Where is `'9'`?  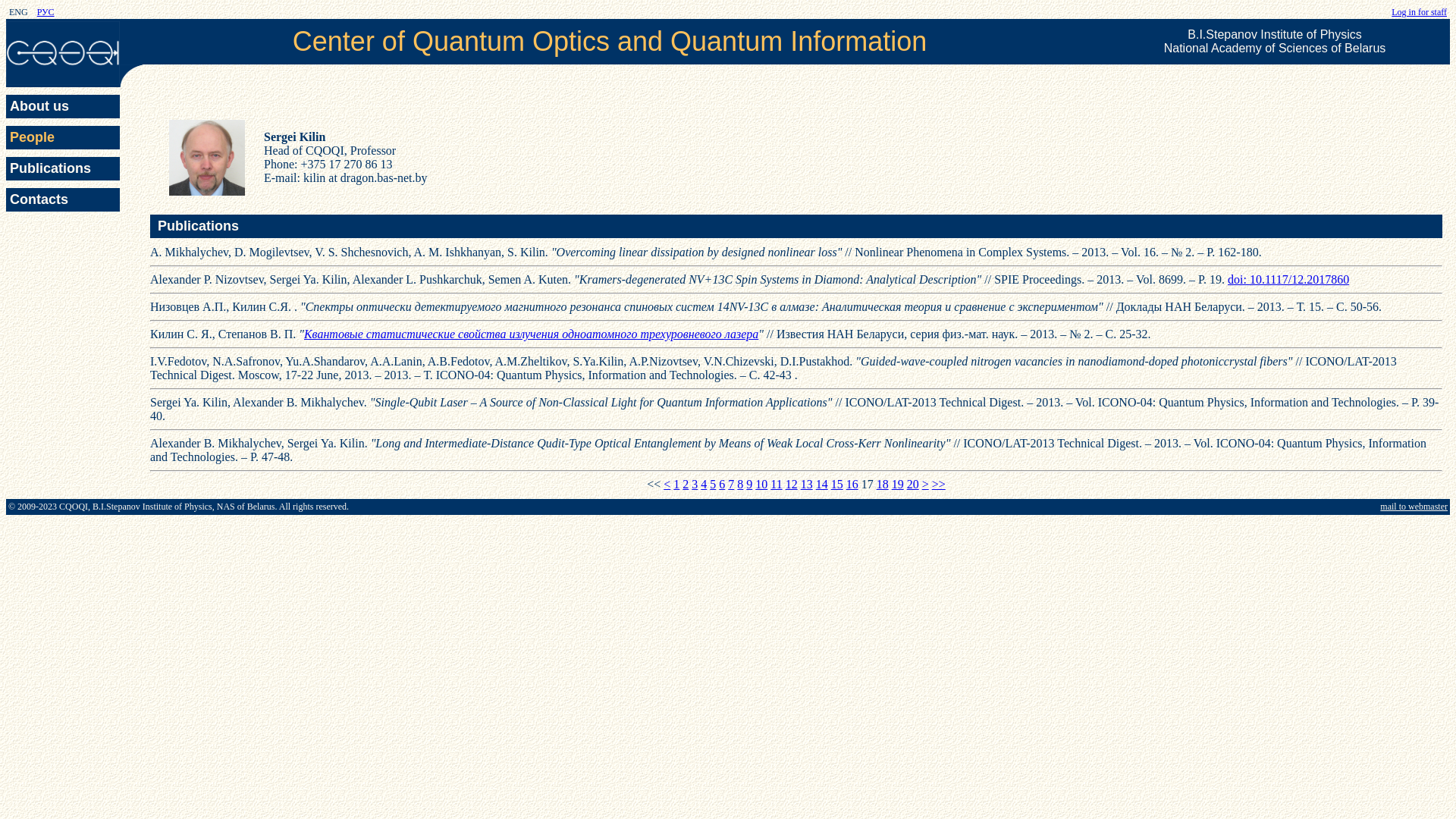
'9' is located at coordinates (749, 484).